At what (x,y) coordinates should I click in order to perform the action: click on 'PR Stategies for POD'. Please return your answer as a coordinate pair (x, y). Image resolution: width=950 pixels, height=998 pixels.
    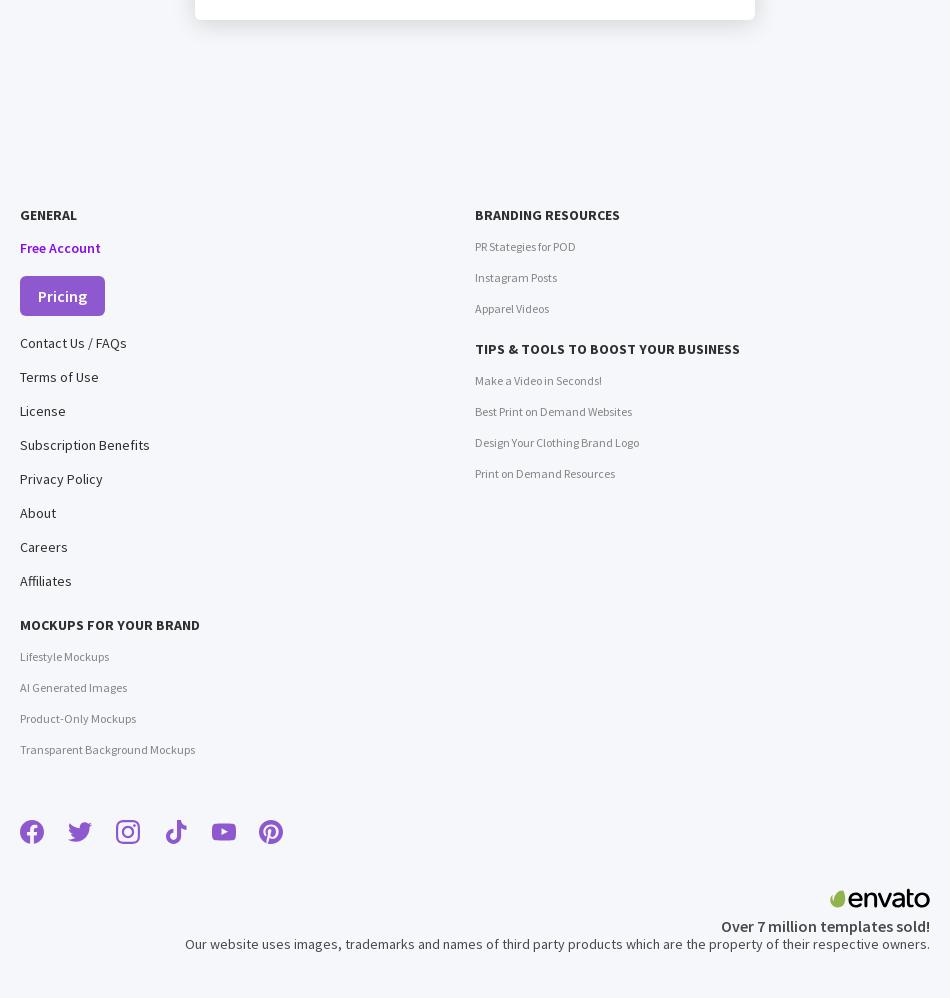
    Looking at the image, I should click on (525, 246).